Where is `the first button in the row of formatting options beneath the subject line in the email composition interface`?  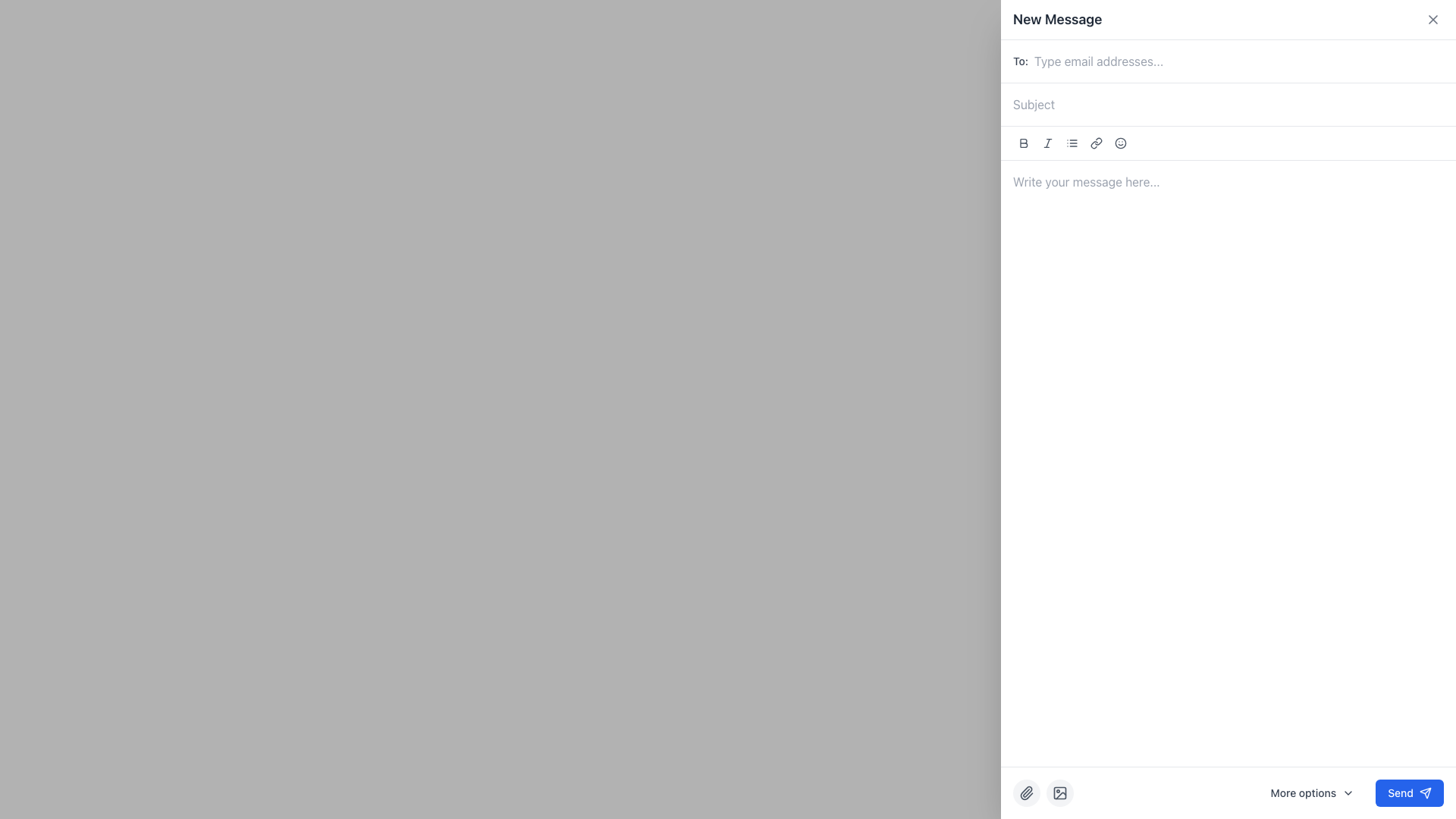 the first button in the row of formatting options beneath the subject line in the email composition interface is located at coordinates (1023, 143).